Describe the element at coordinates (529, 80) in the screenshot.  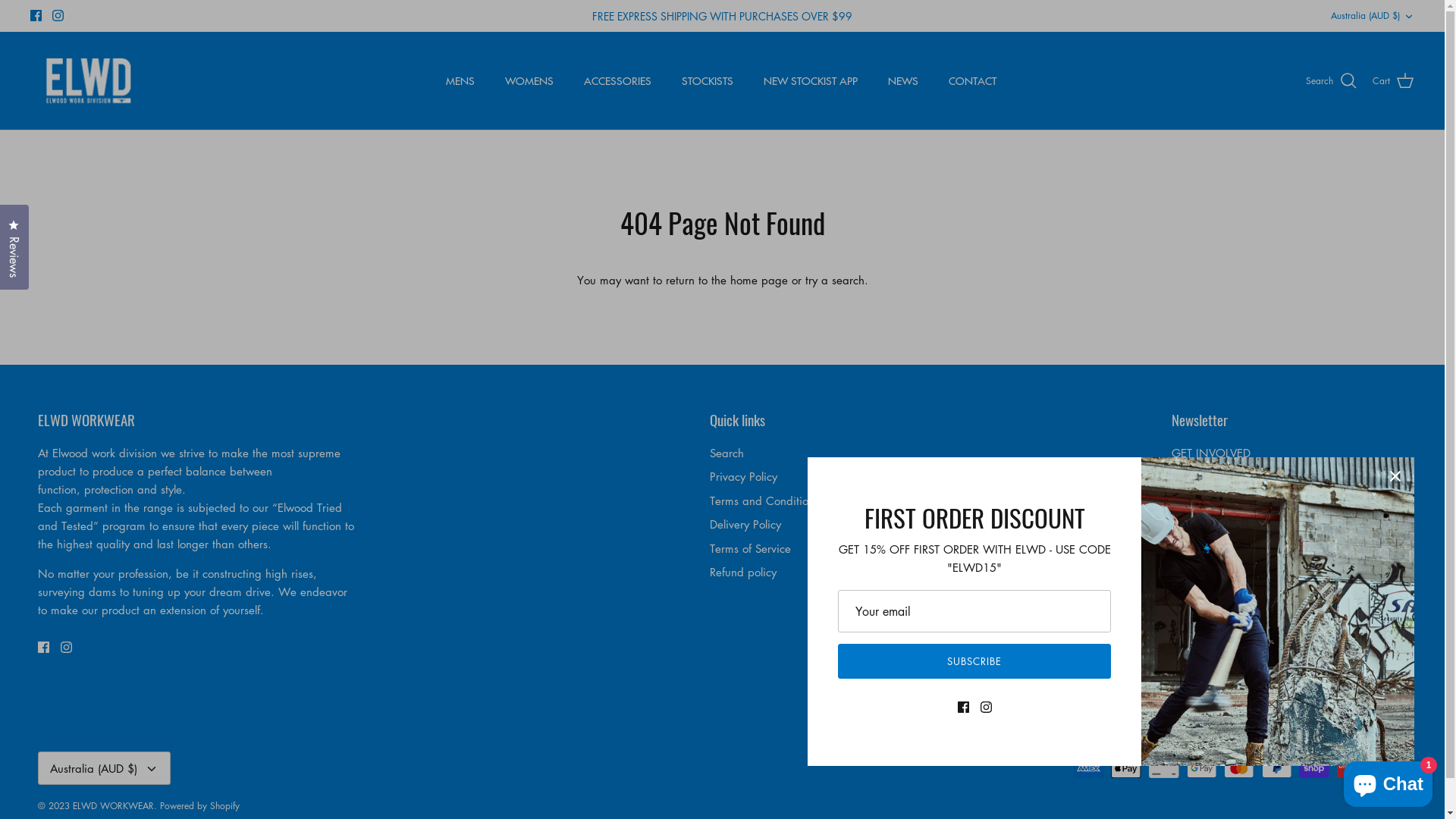
I see `'WOMENS'` at that location.